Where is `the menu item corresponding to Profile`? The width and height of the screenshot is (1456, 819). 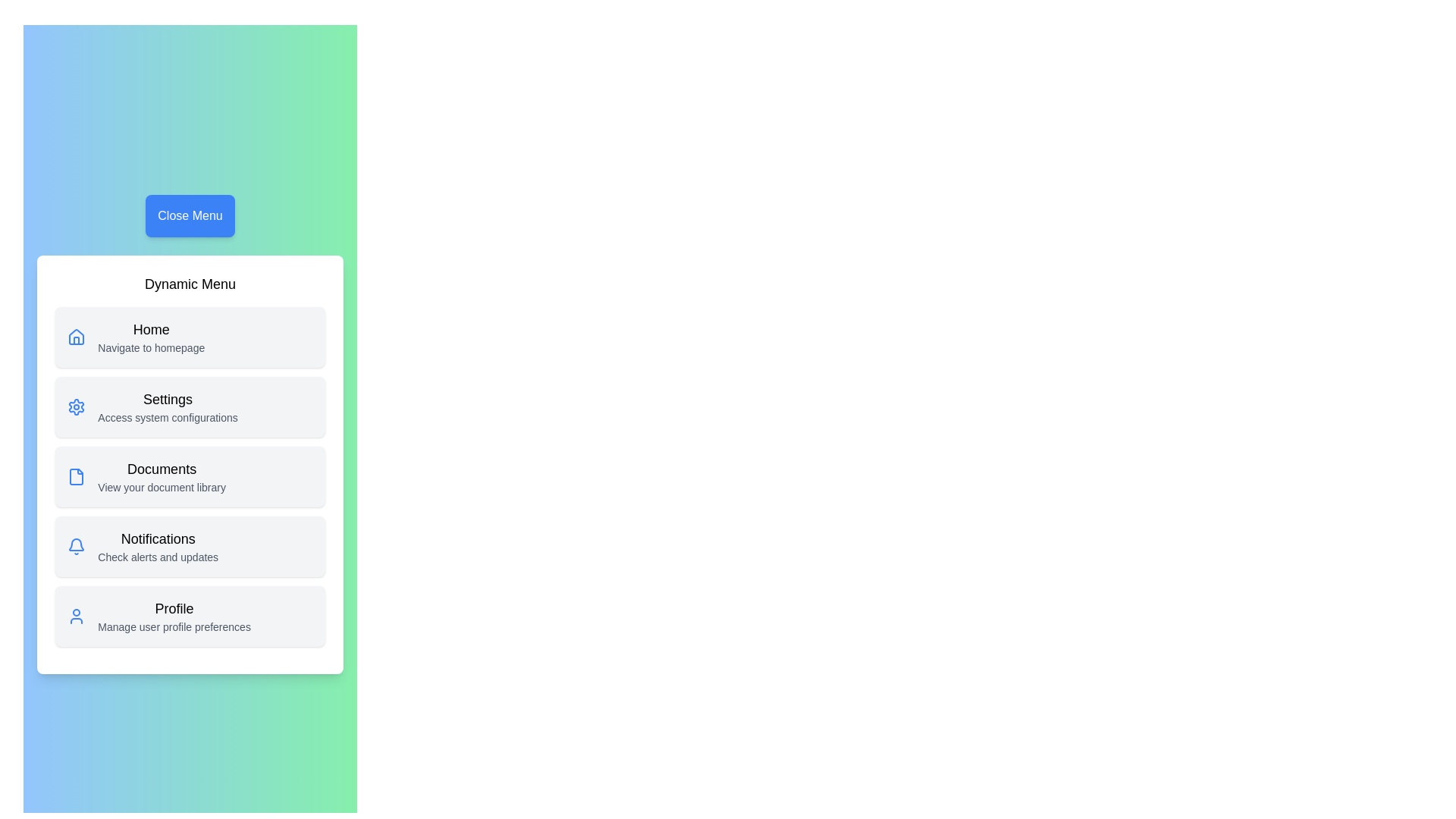
the menu item corresponding to Profile is located at coordinates (189, 617).